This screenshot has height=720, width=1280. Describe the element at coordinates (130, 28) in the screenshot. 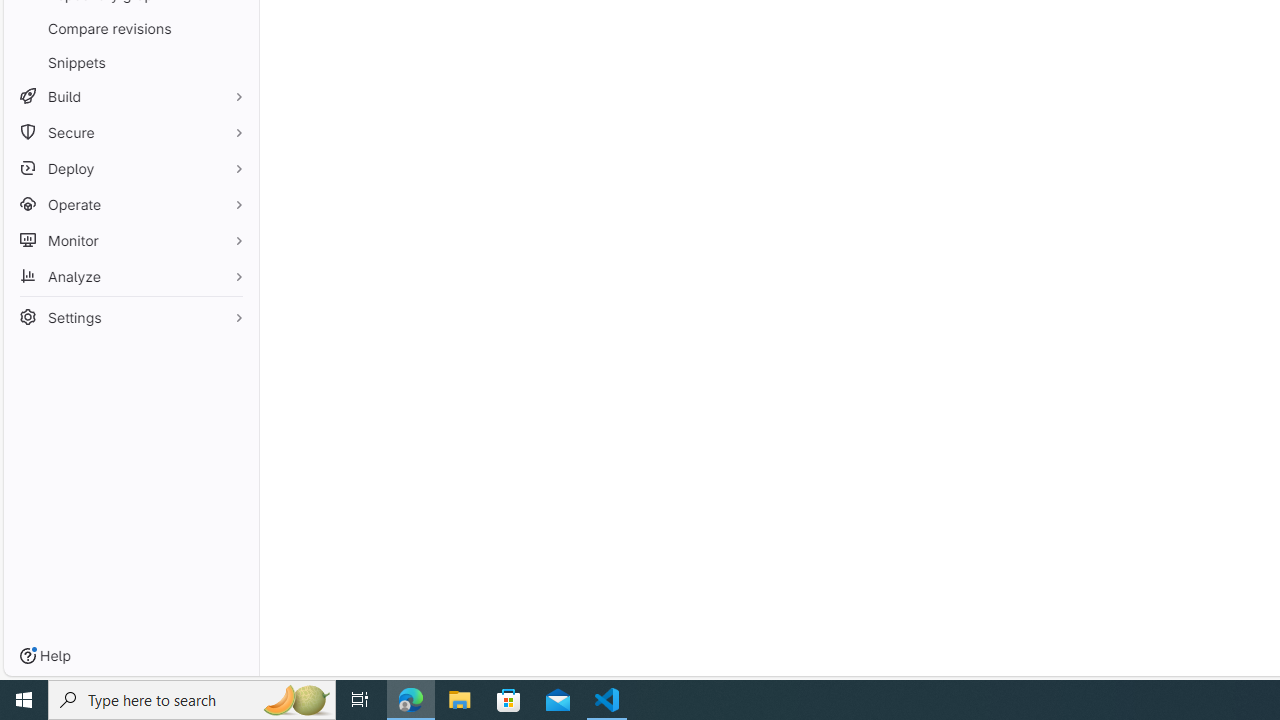

I see `'Compare revisions'` at that location.